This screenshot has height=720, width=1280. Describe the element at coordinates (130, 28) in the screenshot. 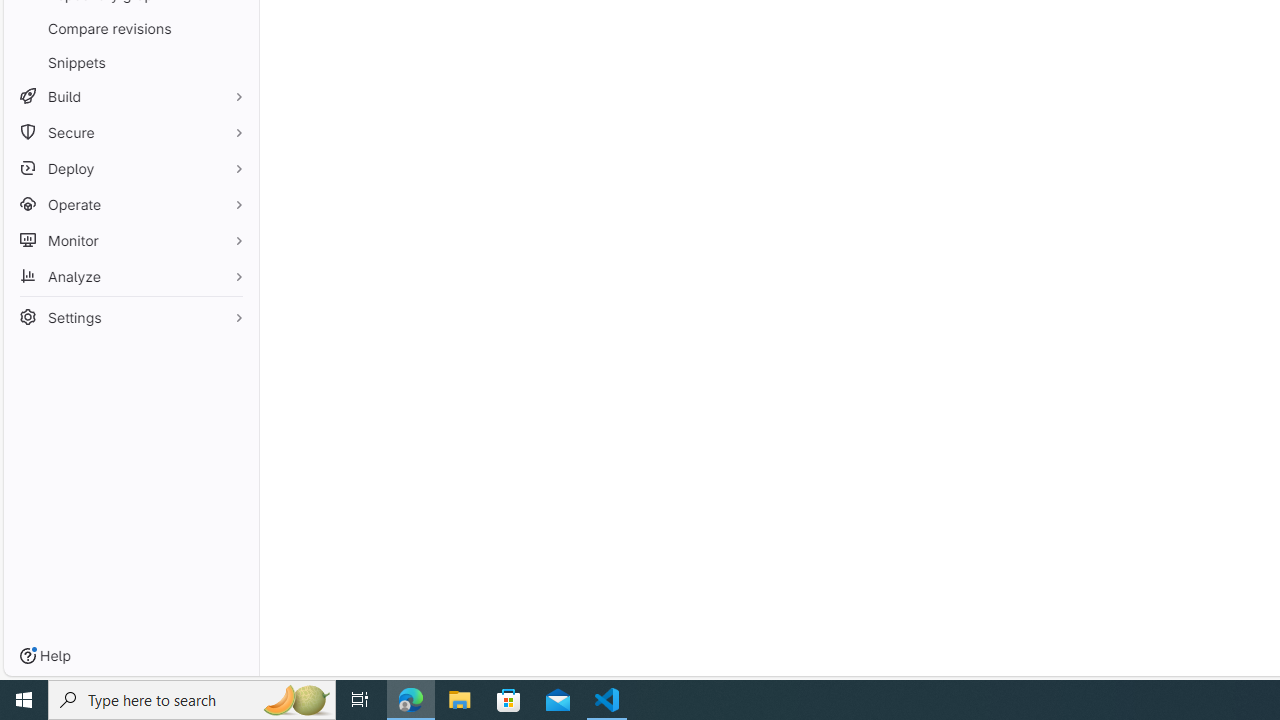

I see `'Compare revisions'` at that location.